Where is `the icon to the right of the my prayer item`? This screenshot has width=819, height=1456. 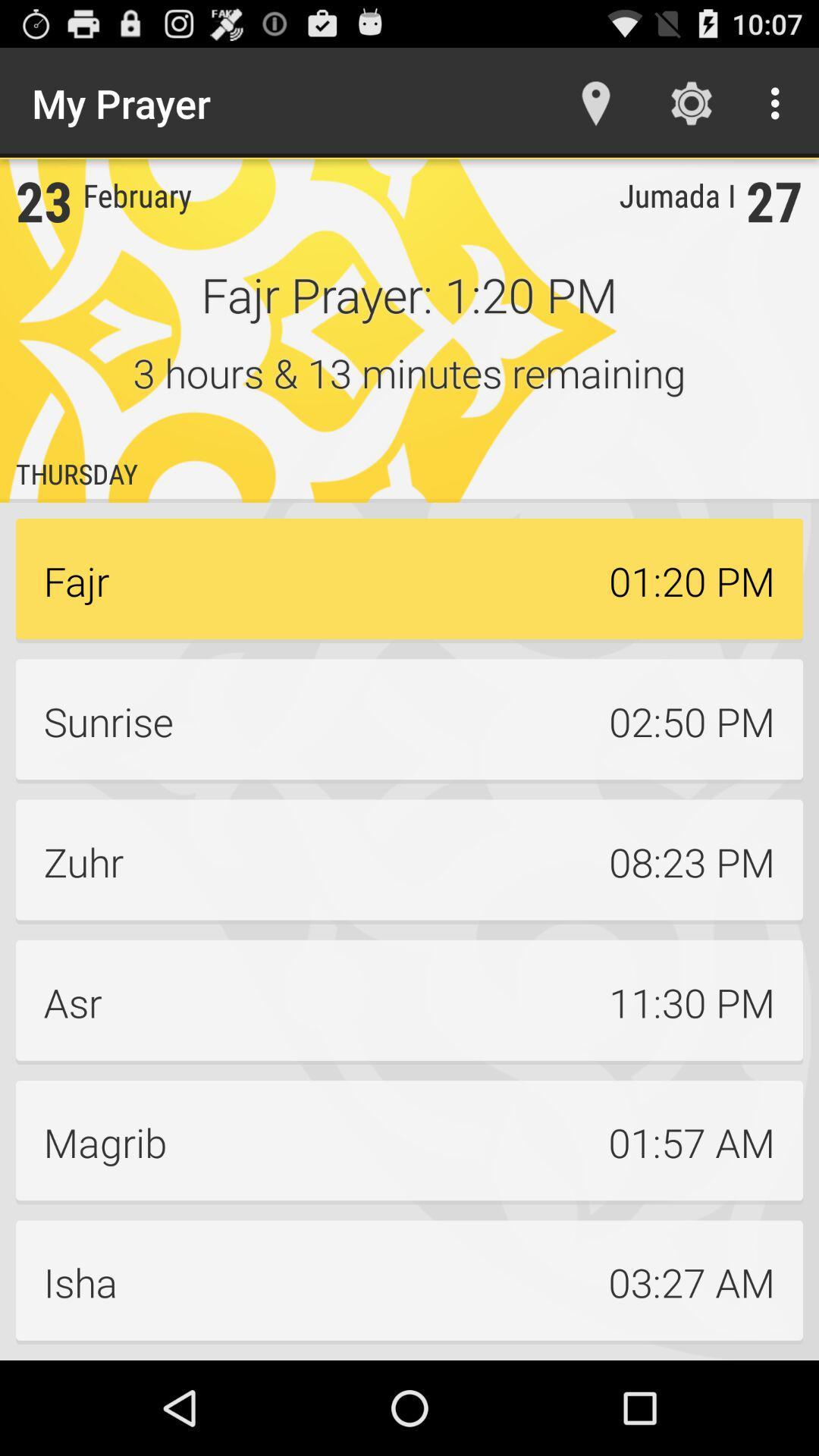 the icon to the right of the my prayer item is located at coordinates (595, 102).